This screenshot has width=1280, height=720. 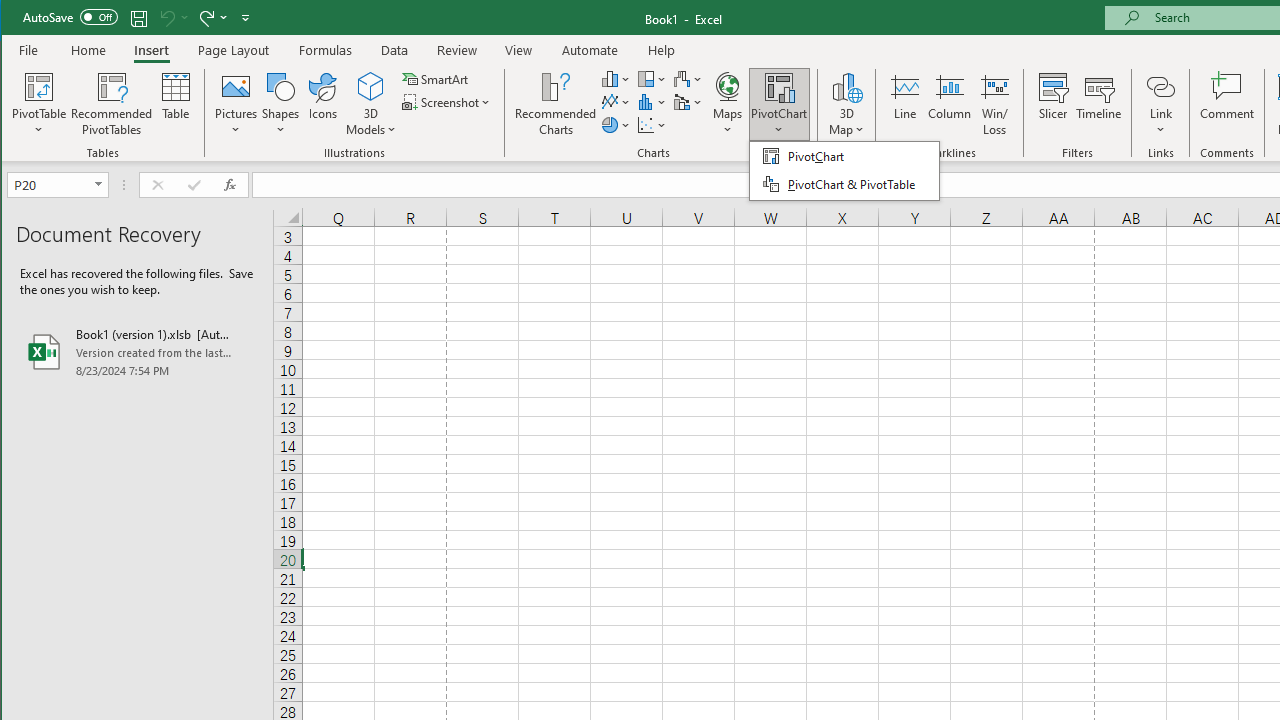 I want to click on '3D Map', so click(x=846, y=85).